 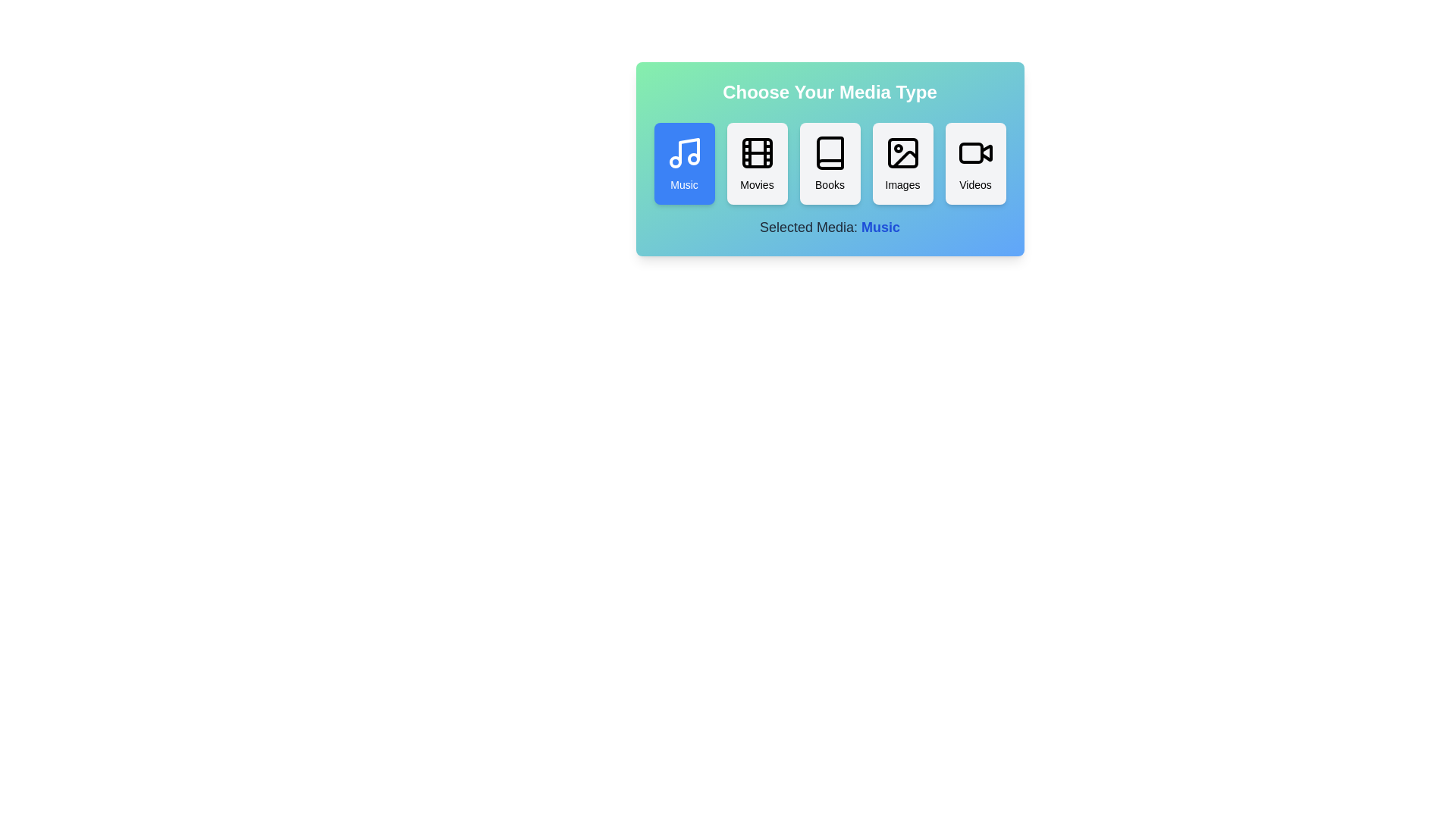 I want to click on the button corresponding to the media type Music, so click(x=683, y=164).